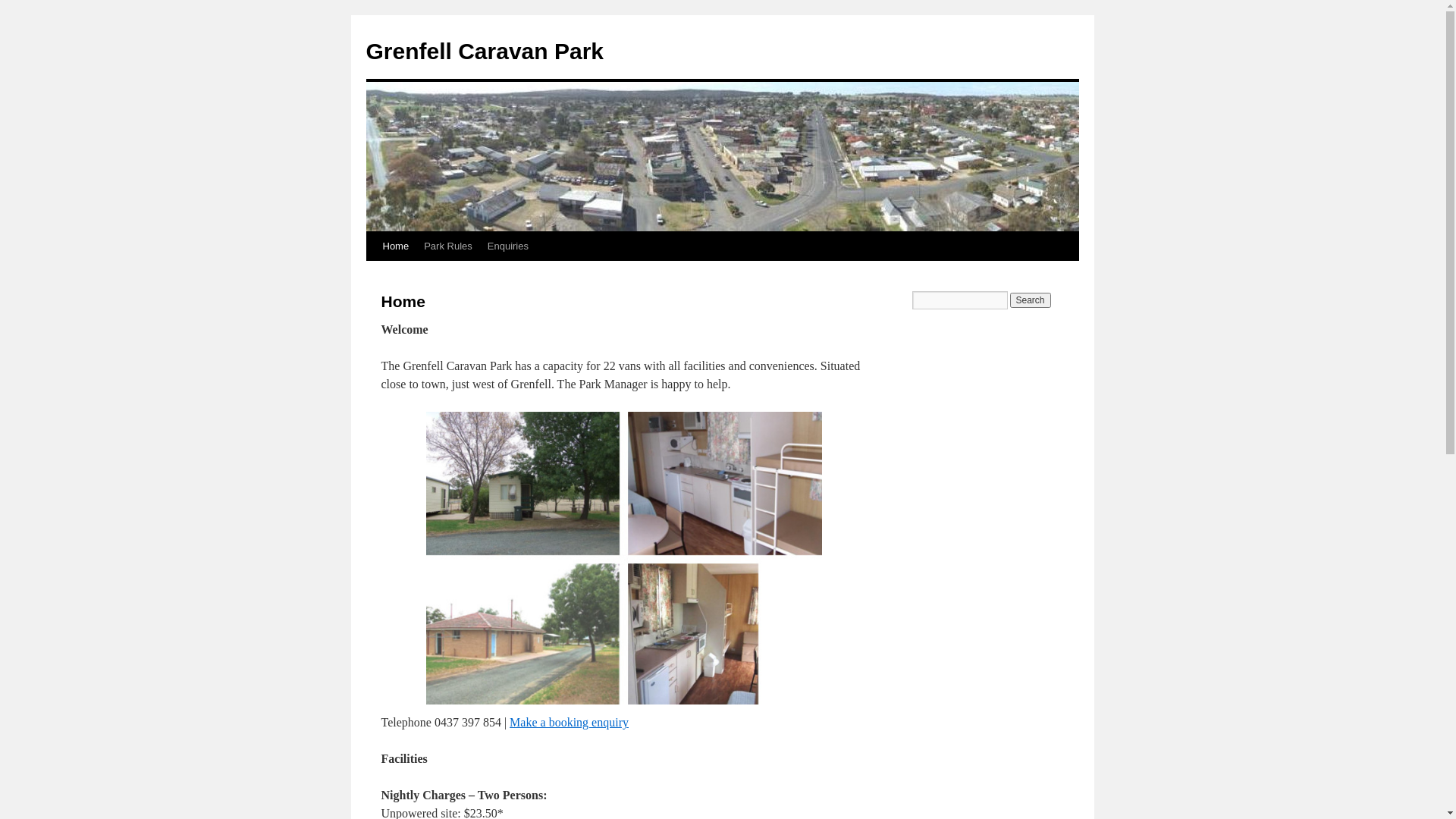 The image size is (1456, 819). I want to click on 'Search', so click(1009, 300).